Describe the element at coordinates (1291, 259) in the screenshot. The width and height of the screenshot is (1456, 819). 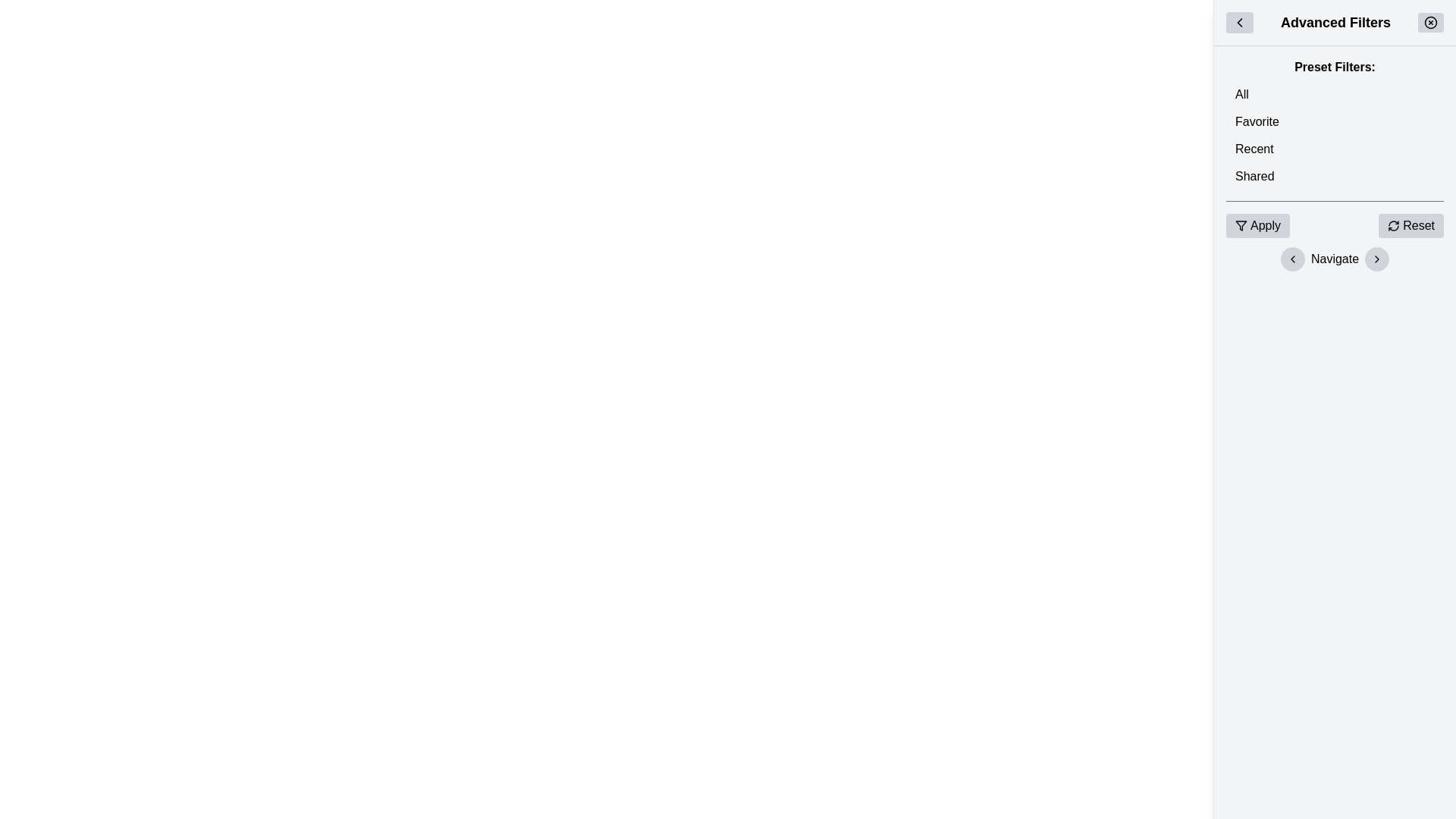
I see `the circular button with a leftward-pointing chevron located in the 'Navigate' group` at that location.